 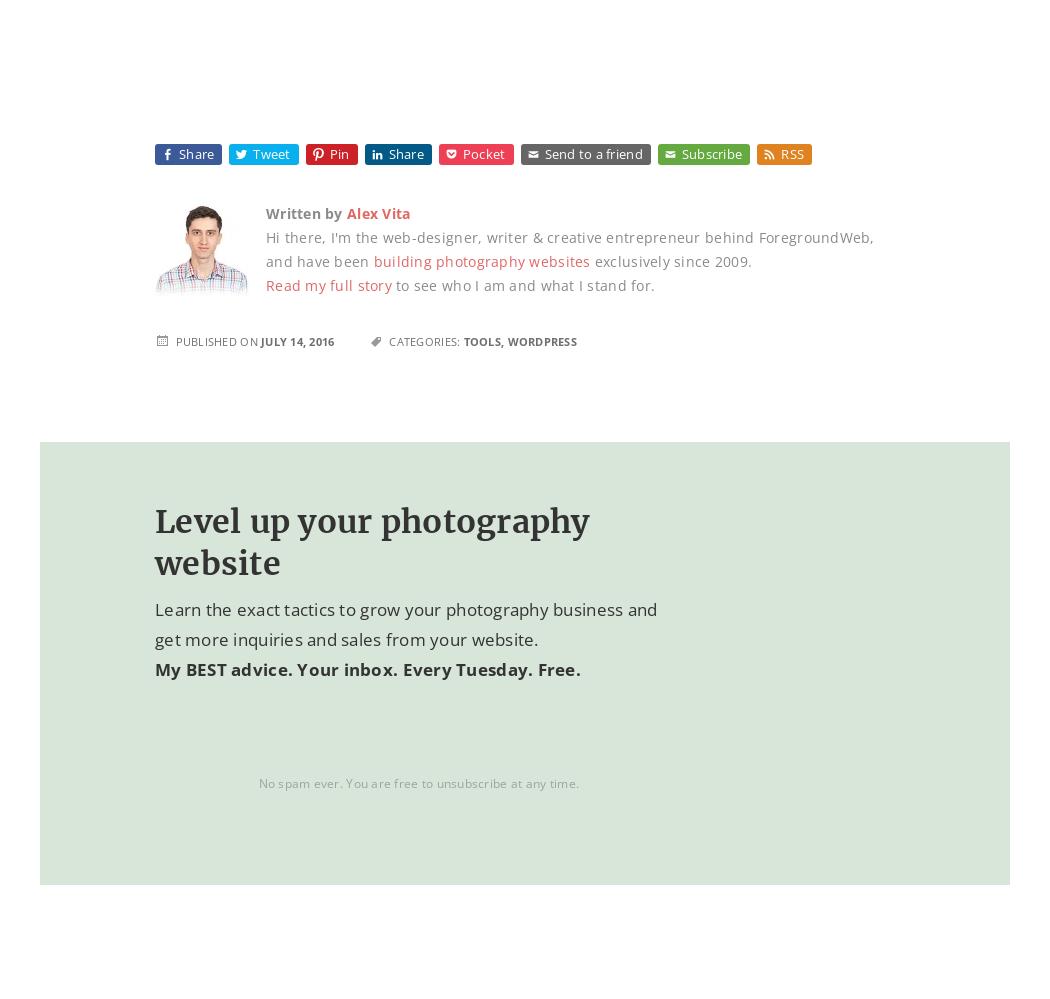 I want to click on 'exclusively since 2009.', so click(x=669, y=260).